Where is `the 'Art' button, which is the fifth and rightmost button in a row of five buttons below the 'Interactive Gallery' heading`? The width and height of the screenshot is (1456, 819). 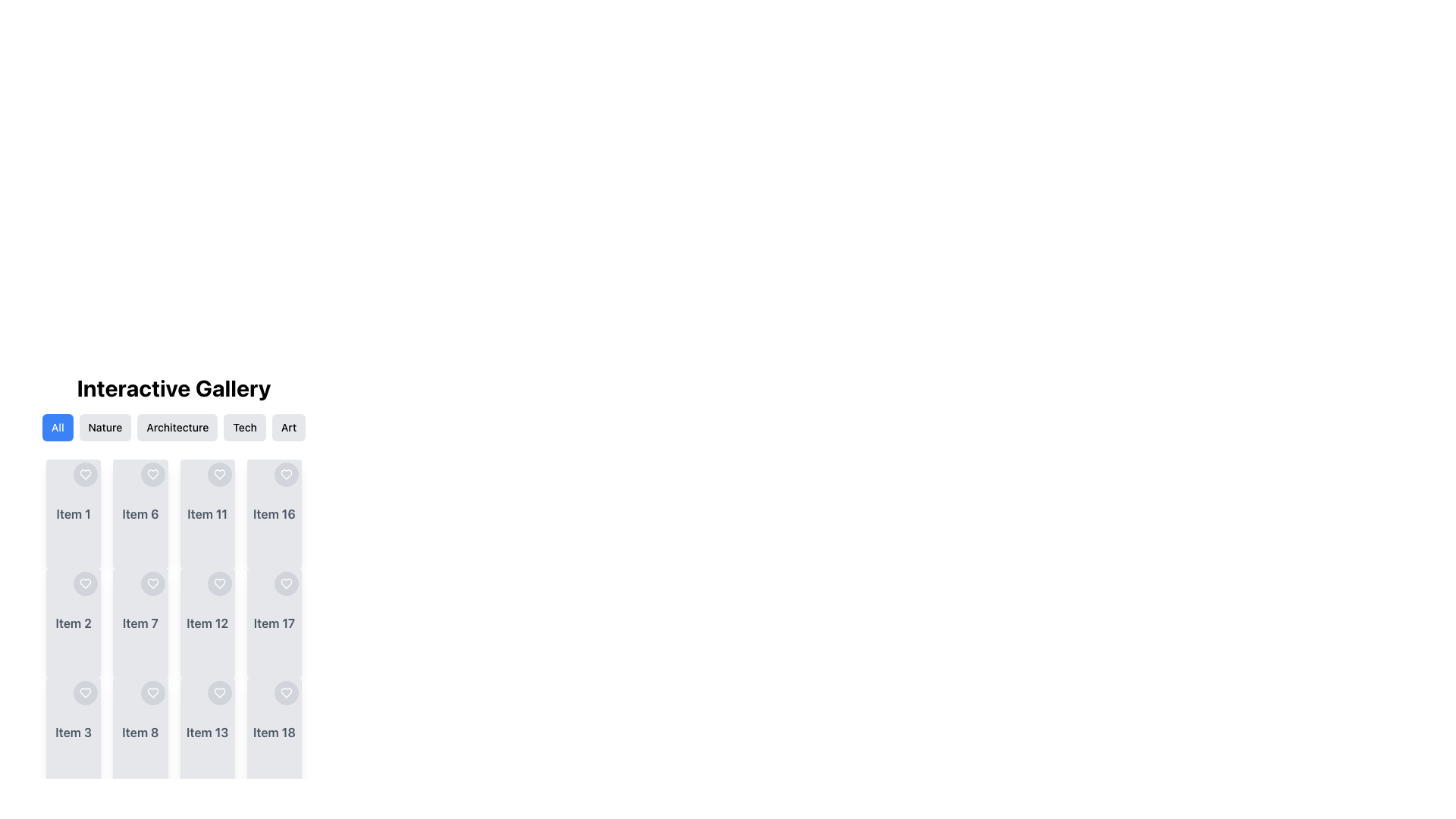 the 'Art' button, which is the fifth and rightmost button in a row of five buttons below the 'Interactive Gallery' heading is located at coordinates (289, 427).